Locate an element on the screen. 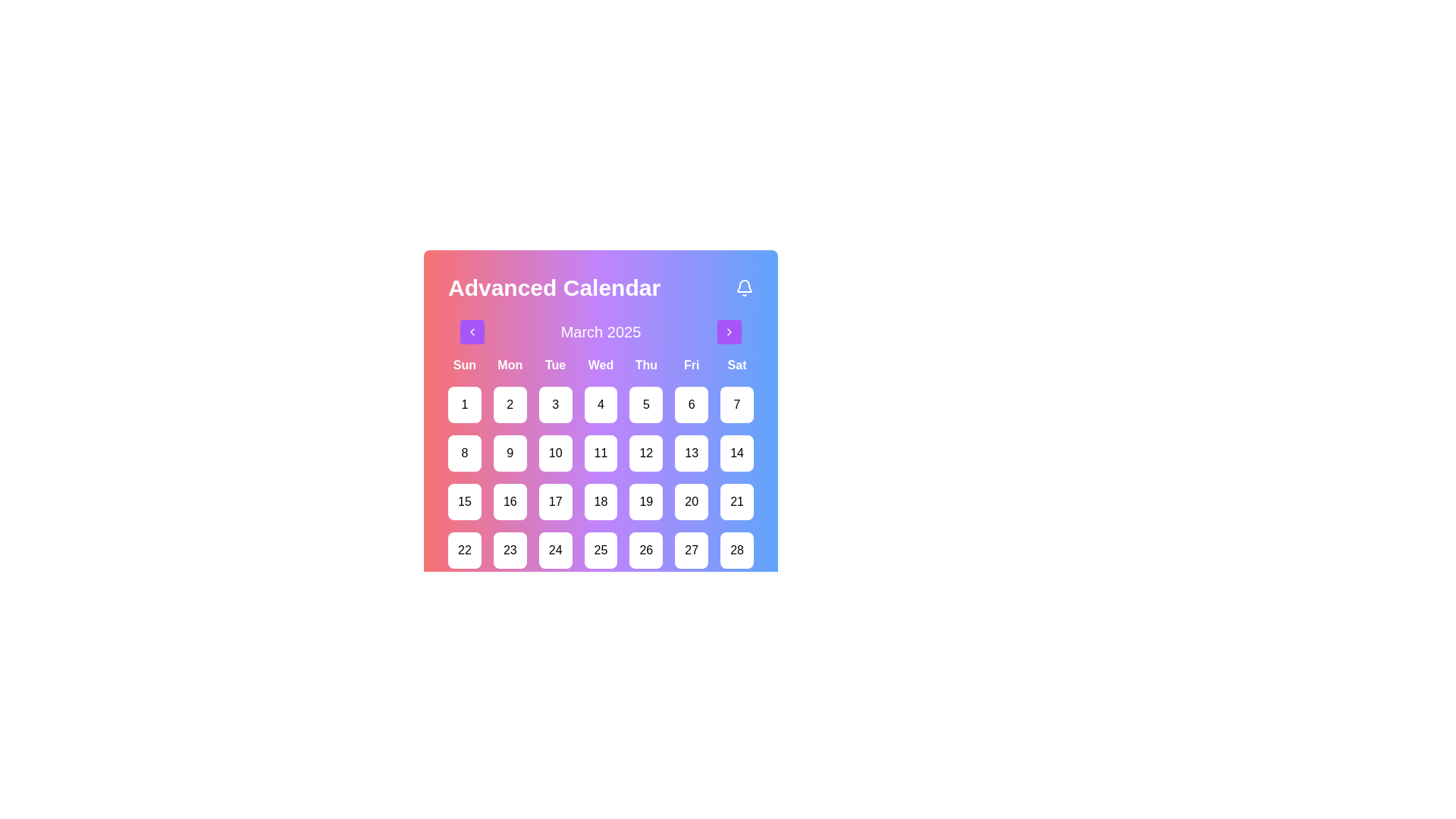 The height and width of the screenshot is (819, 1456). the Calendar date button displaying the number '2', which is located in the second column and first row of the calendar grid, below 'Mon' and next to '1' is located at coordinates (510, 403).